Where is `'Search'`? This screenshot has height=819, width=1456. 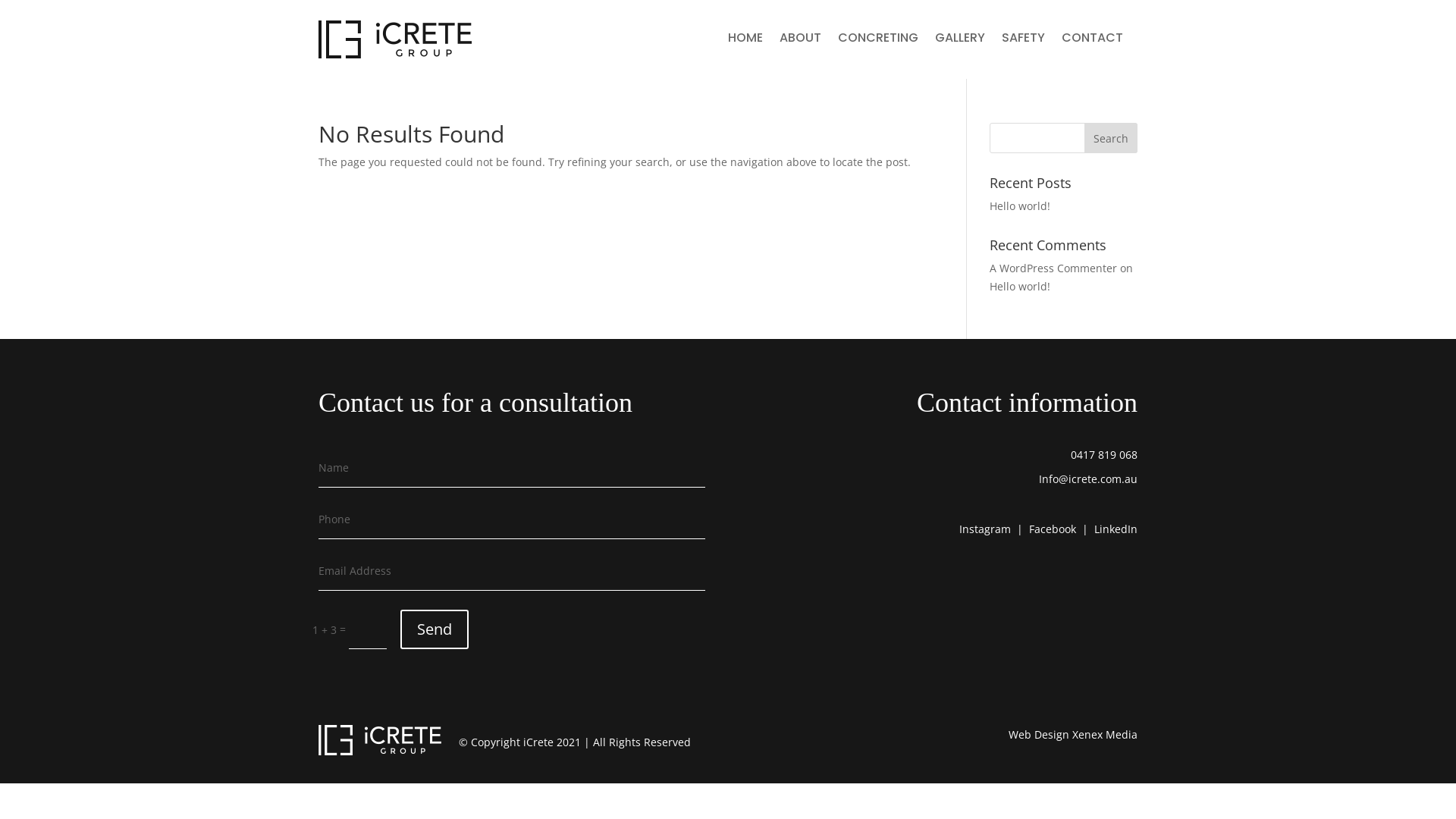
'Search' is located at coordinates (1084, 137).